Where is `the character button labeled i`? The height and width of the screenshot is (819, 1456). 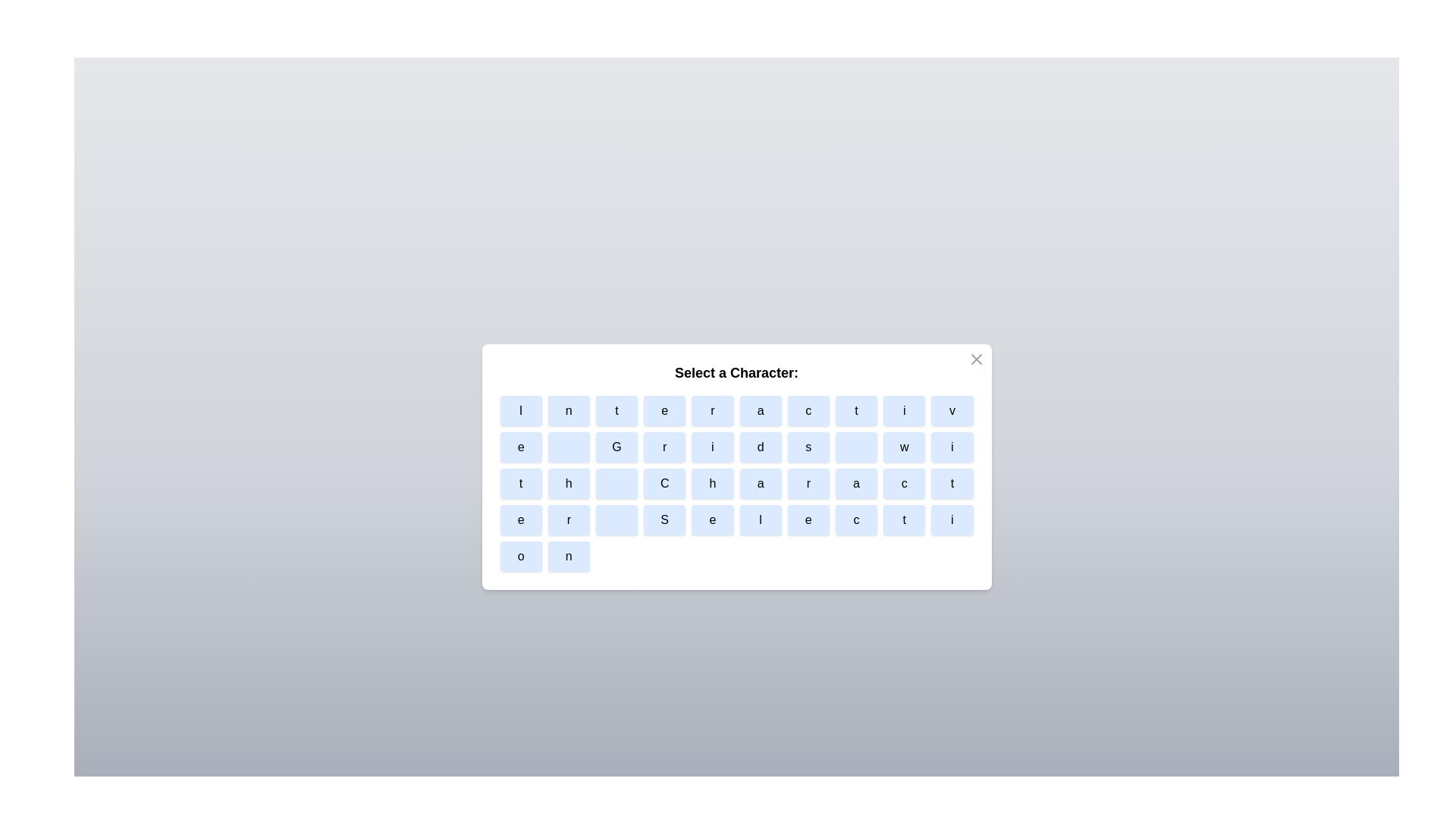 the character button labeled i is located at coordinates (904, 411).